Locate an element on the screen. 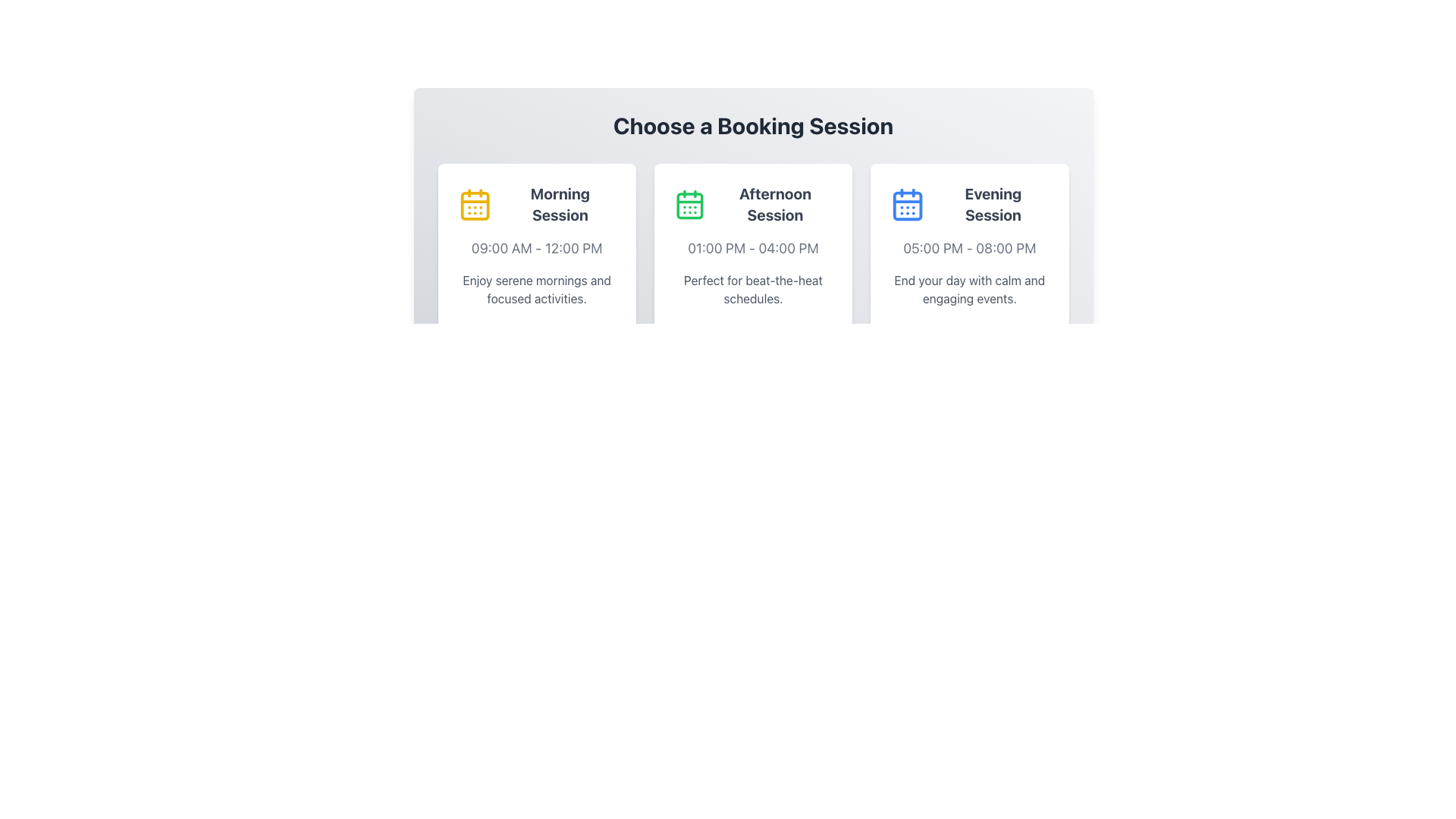 Image resolution: width=1456 pixels, height=819 pixels. the yellow calendar icon located in the leftmost card labeled 'Morning Session' is located at coordinates (474, 205).